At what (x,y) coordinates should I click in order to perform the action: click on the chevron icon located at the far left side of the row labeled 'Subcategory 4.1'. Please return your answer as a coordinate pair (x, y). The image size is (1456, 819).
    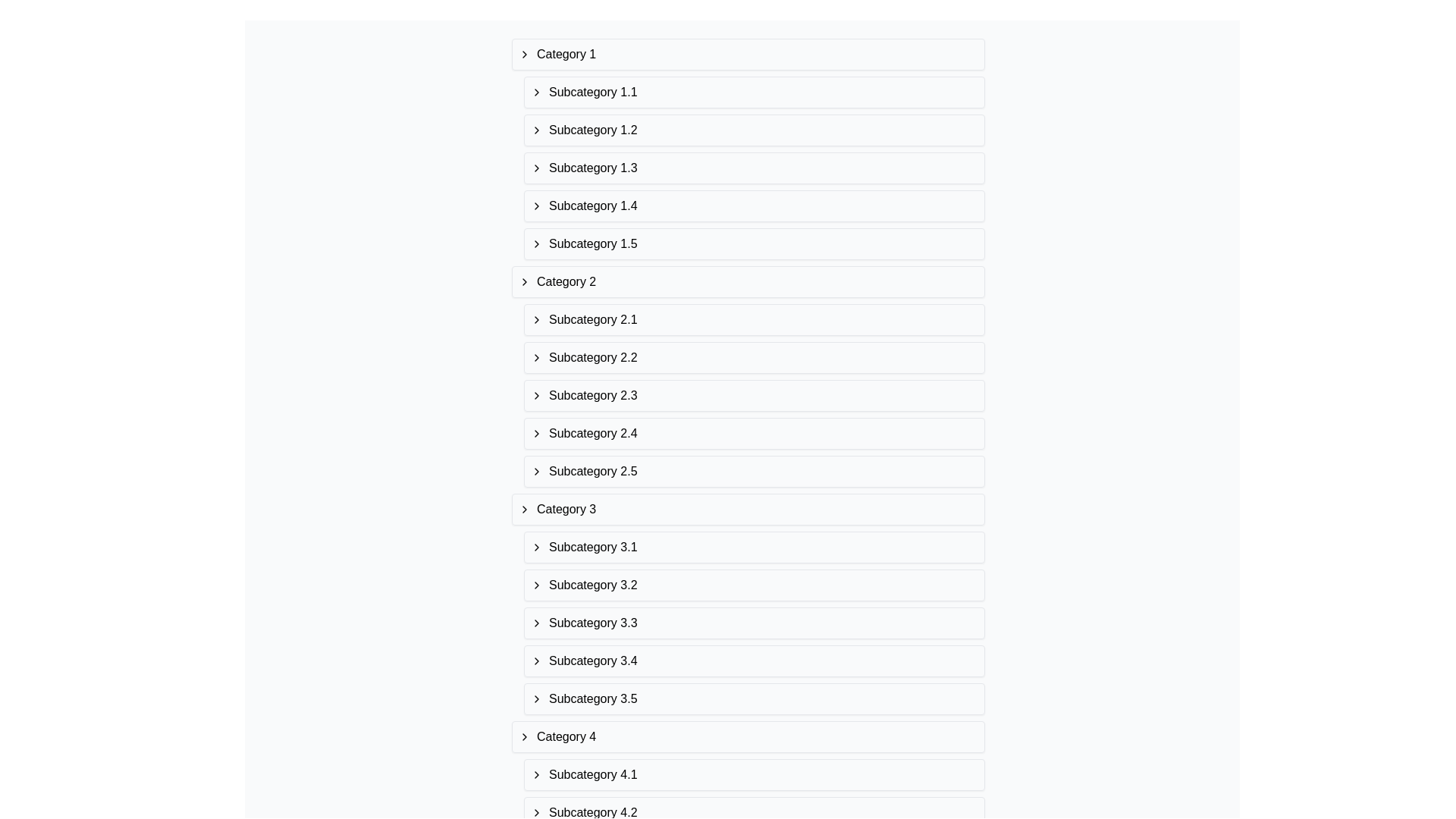
    Looking at the image, I should click on (537, 775).